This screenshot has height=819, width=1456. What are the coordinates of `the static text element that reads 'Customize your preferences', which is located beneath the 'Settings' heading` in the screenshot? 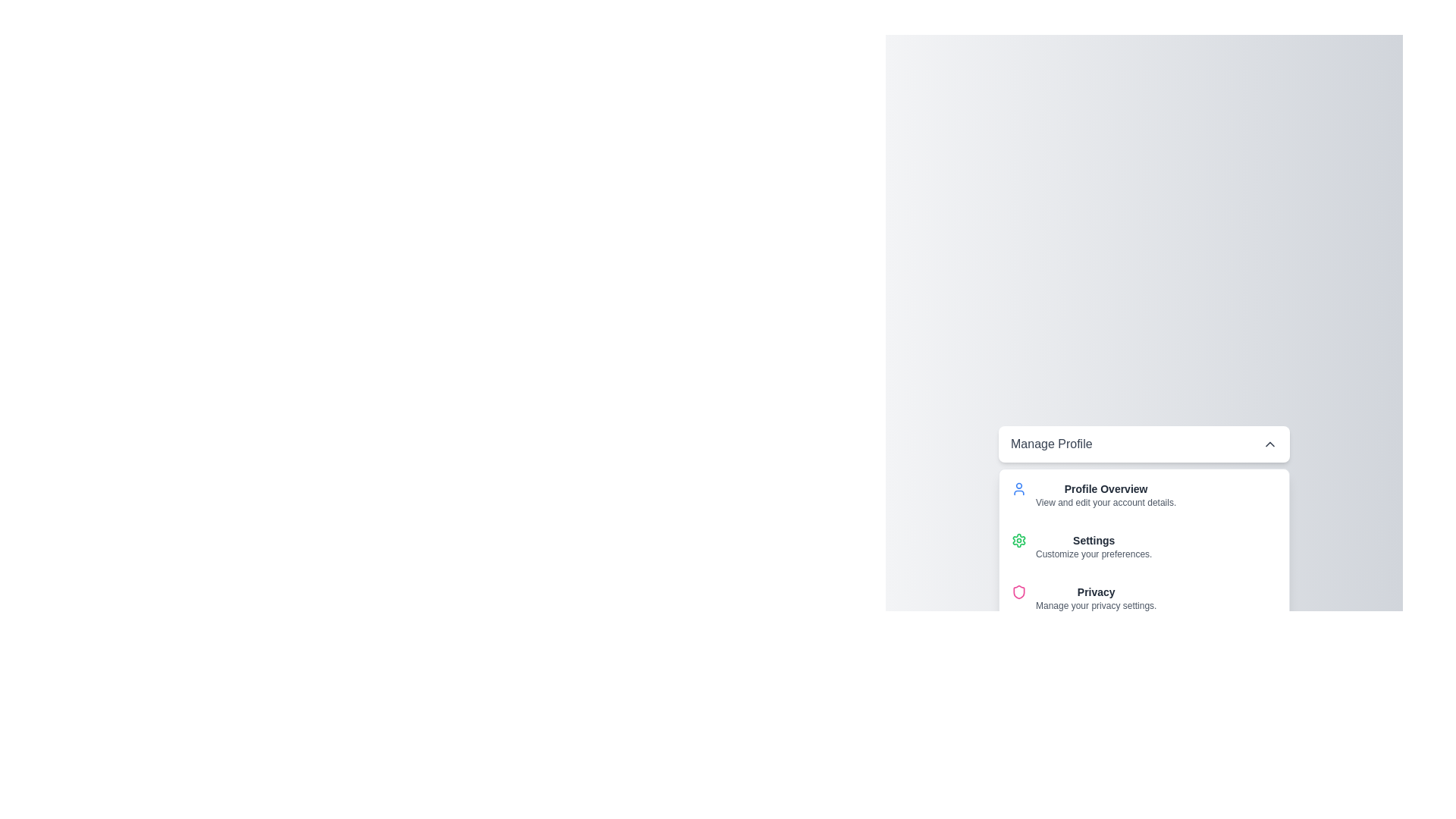 It's located at (1094, 554).